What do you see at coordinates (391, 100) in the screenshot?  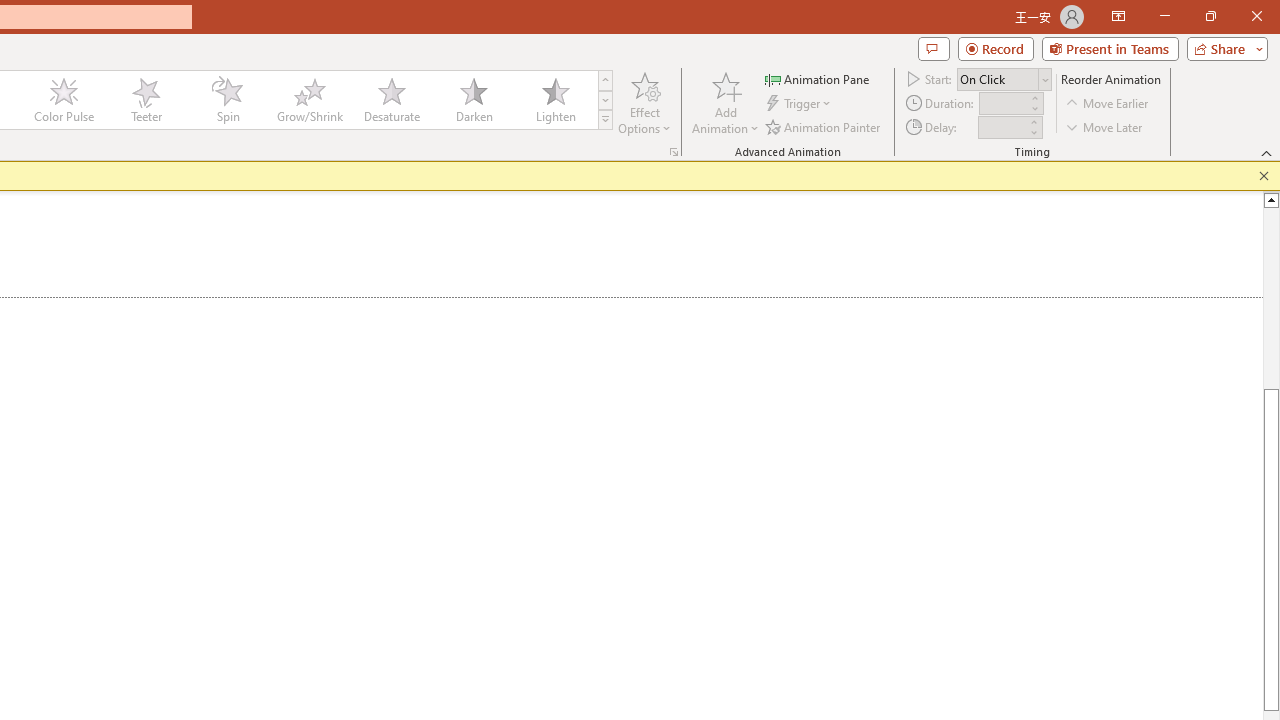 I see `'Desaturate'` at bounding box center [391, 100].